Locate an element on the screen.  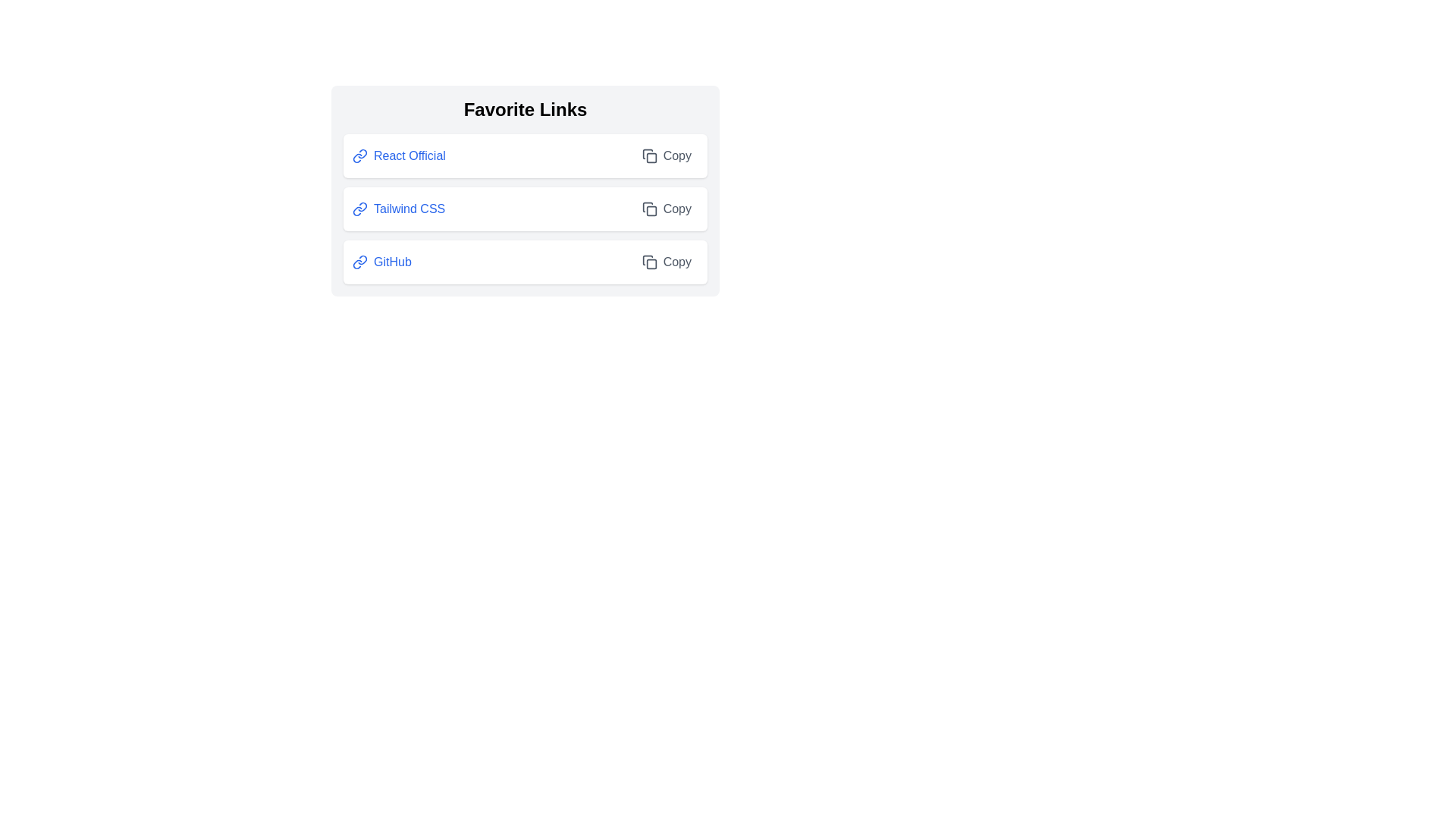
the 'Copy' button with a light gray background and overlapping documents icon, located to the right of the 'GitHub' text in the 'Favorite Links' section is located at coordinates (666, 262).